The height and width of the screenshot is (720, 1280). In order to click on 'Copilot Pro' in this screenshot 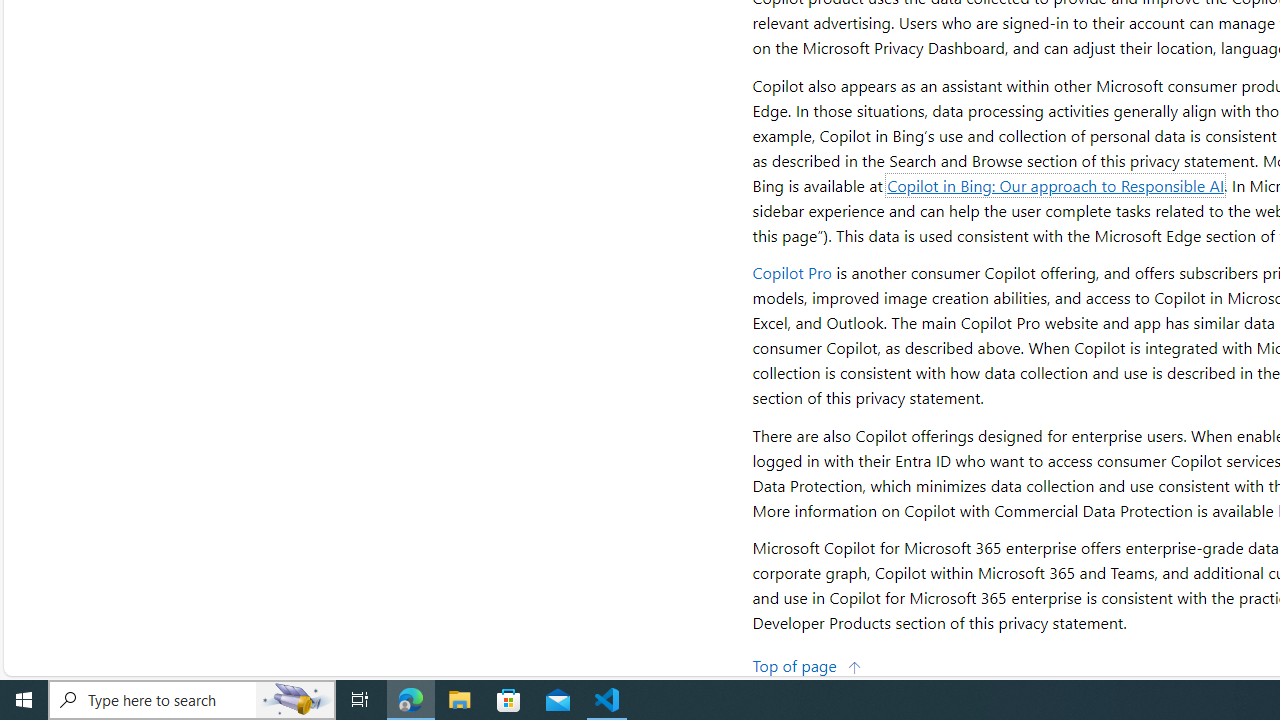, I will do `click(791, 272)`.